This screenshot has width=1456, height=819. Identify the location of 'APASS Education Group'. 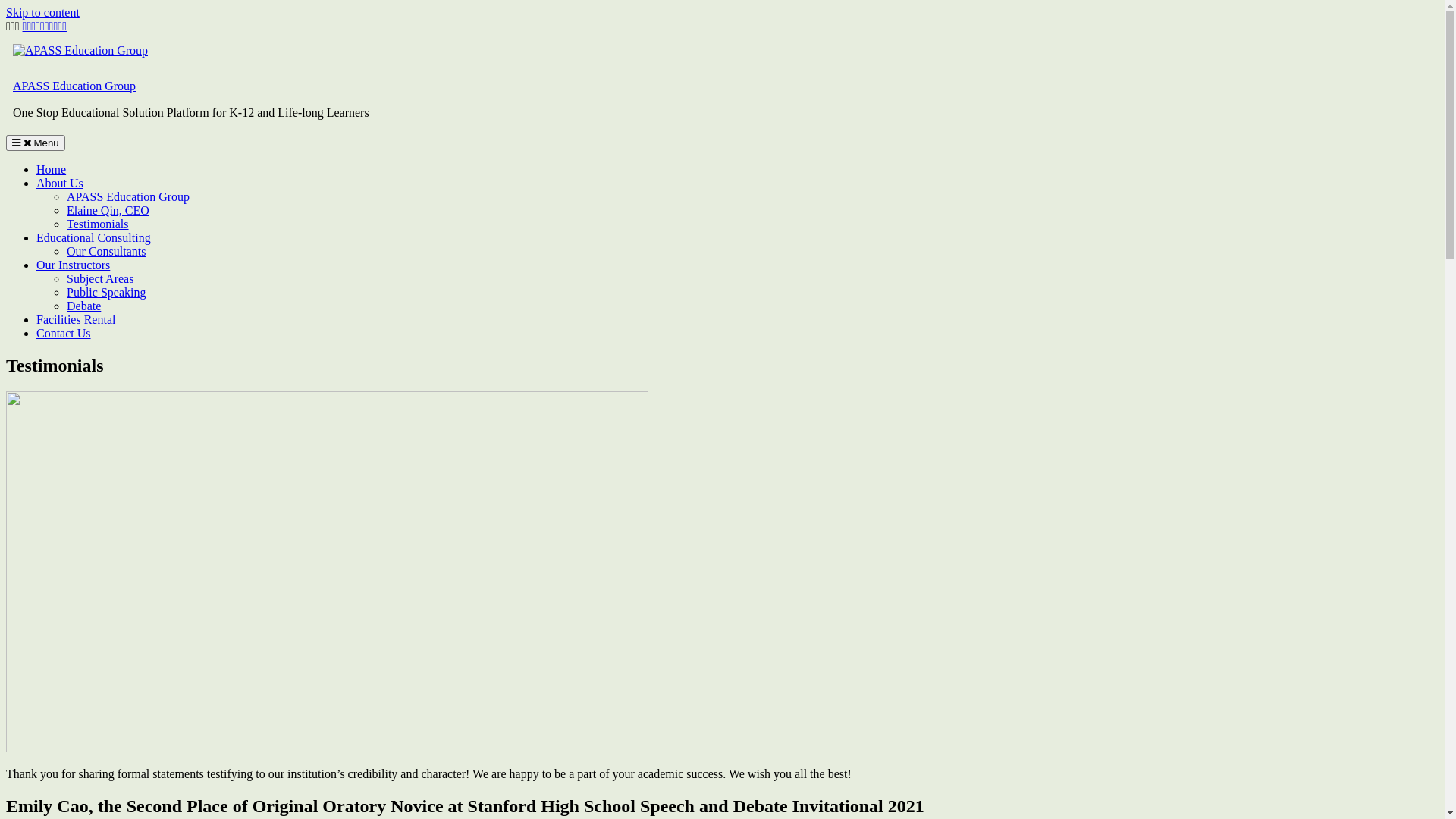
(73, 86).